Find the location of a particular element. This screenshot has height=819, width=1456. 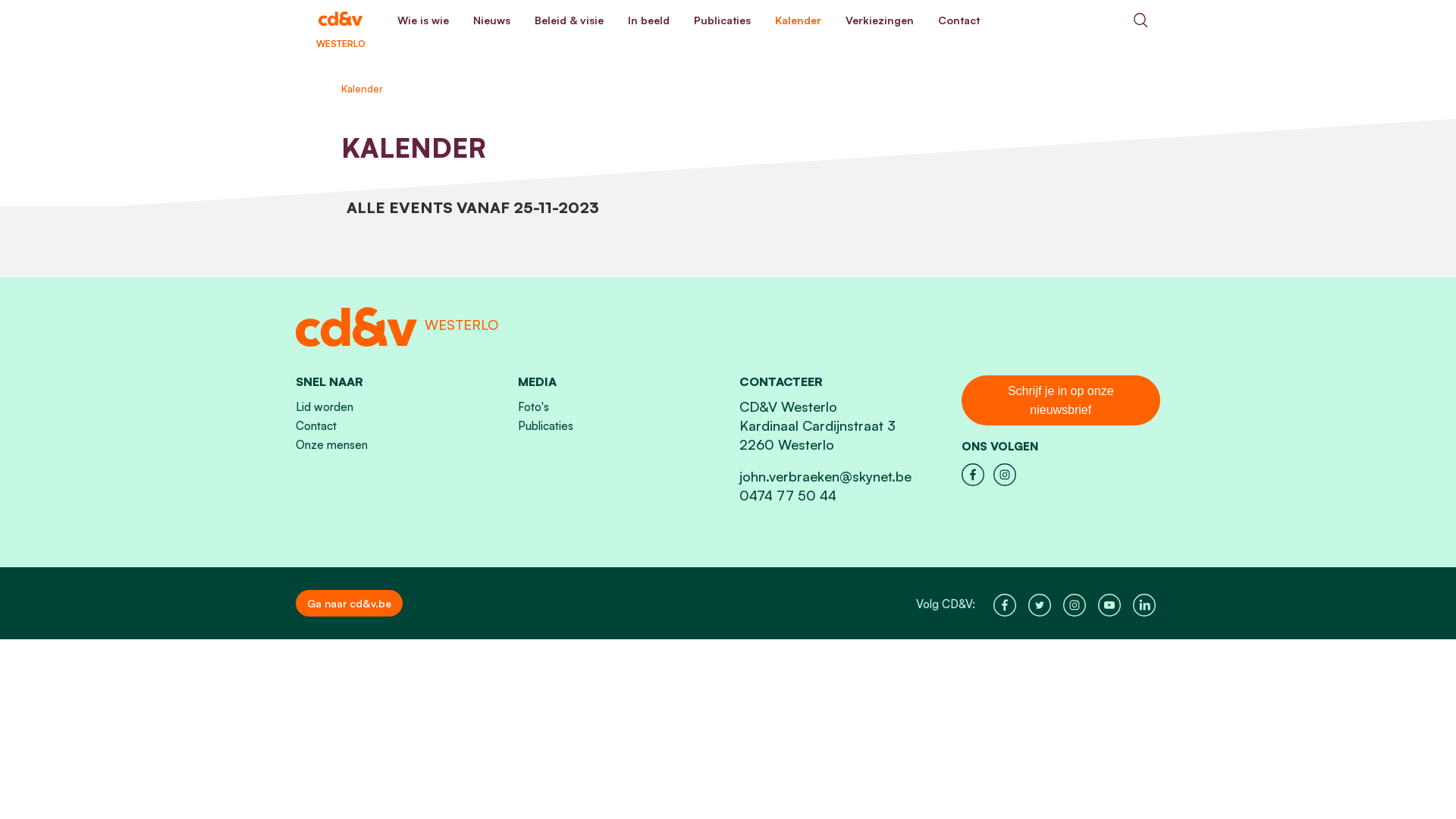

'Nieuws' is located at coordinates (491, 20).